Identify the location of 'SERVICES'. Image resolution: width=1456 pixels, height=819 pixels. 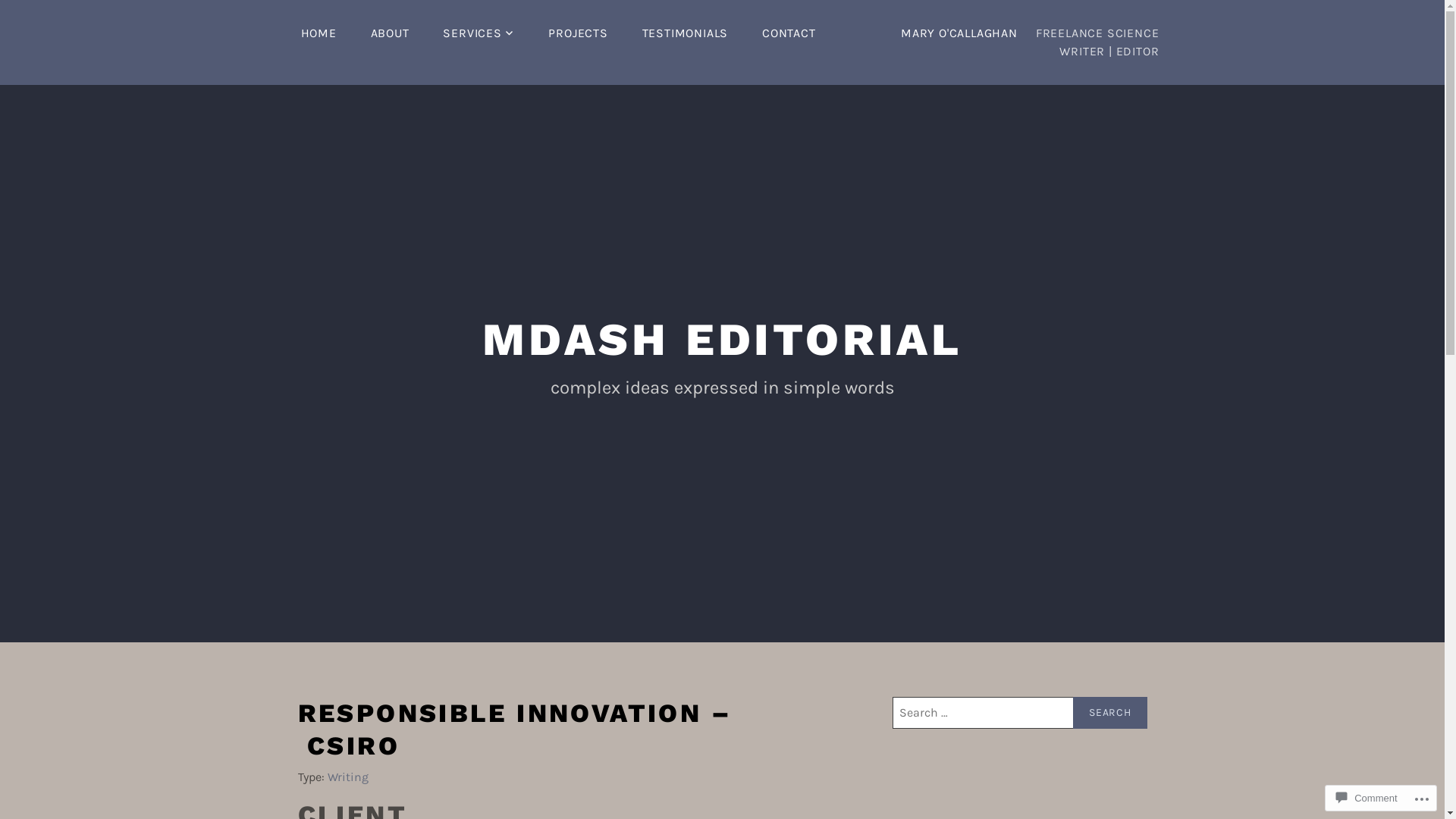
(477, 33).